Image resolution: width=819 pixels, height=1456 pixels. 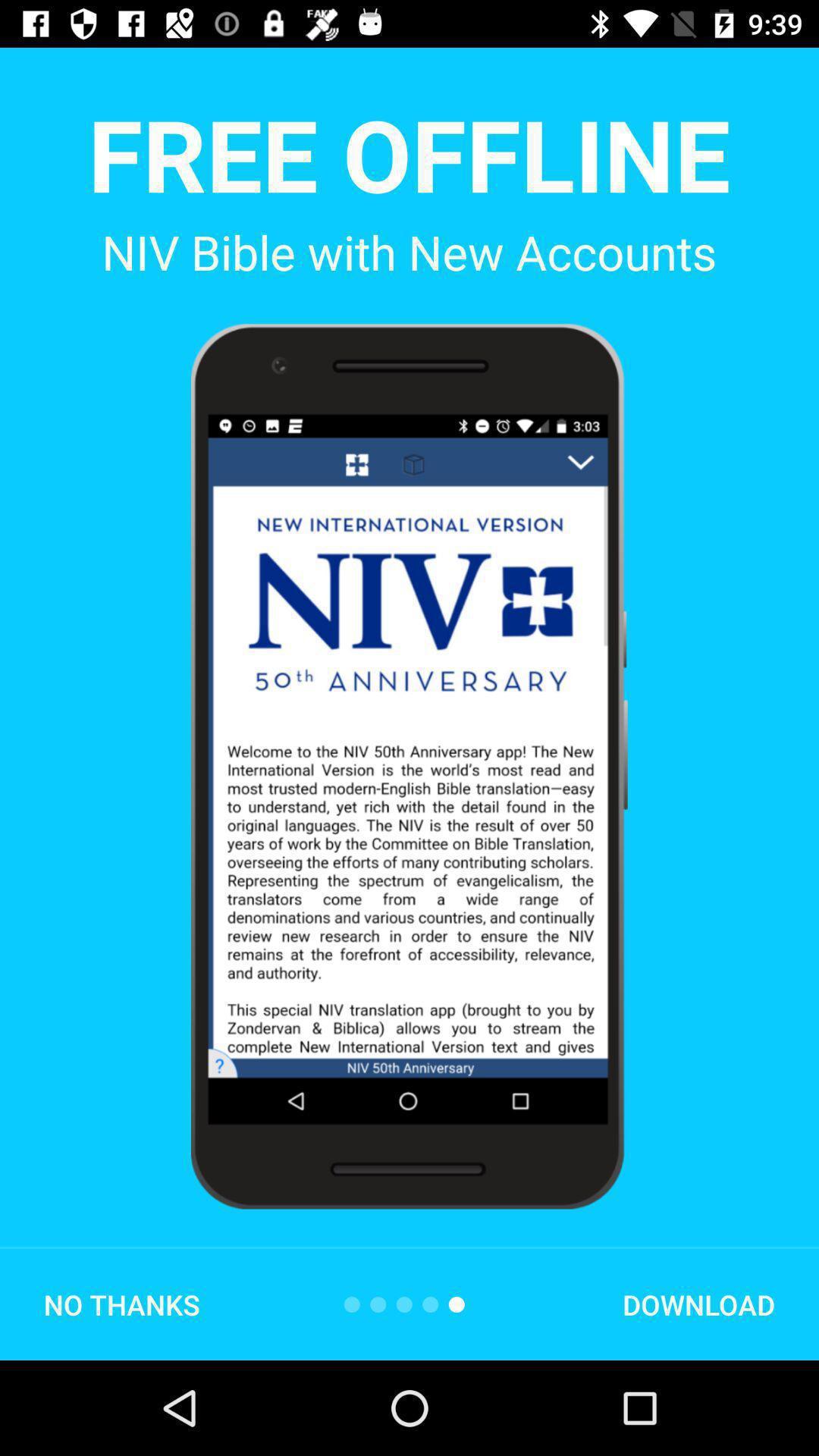 What do you see at coordinates (121, 1304) in the screenshot?
I see `no thanks` at bounding box center [121, 1304].